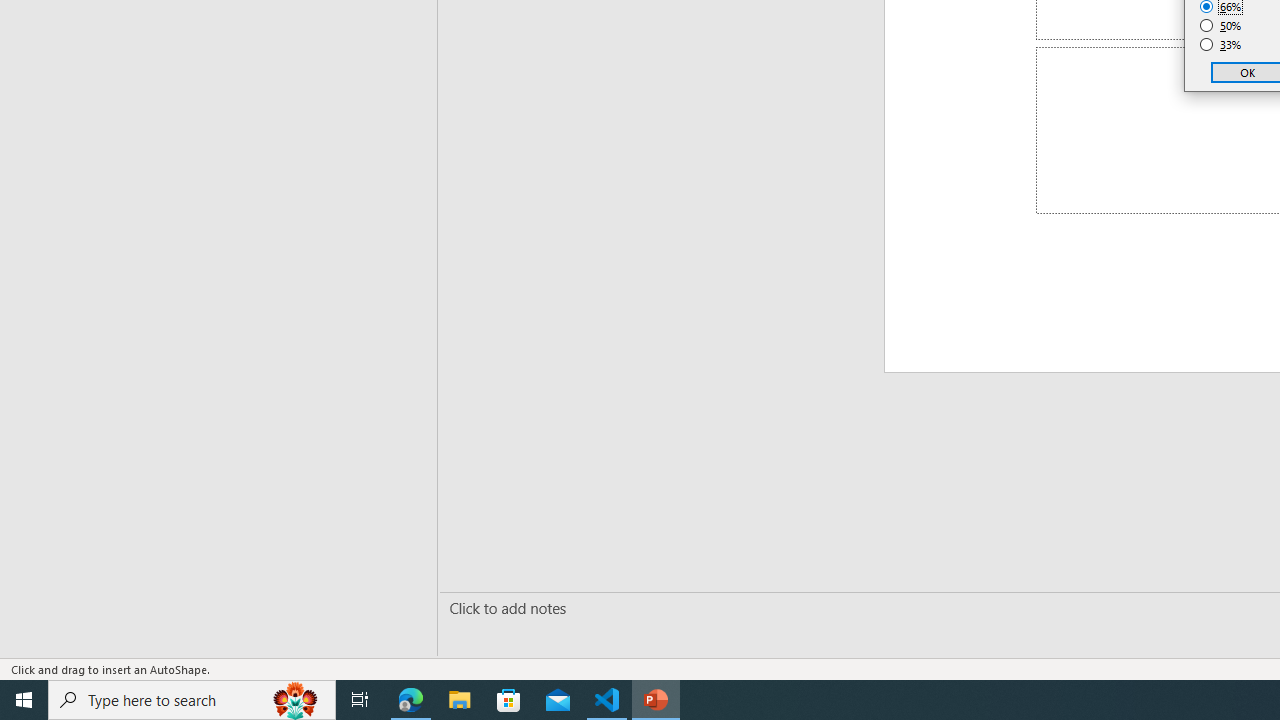 Image resolution: width=1280 pixels, height=720 pixels. What do you see at coordinates (1220, 25) in the screenshot?
I see `'50%'` at bounding box center [1220, 25].